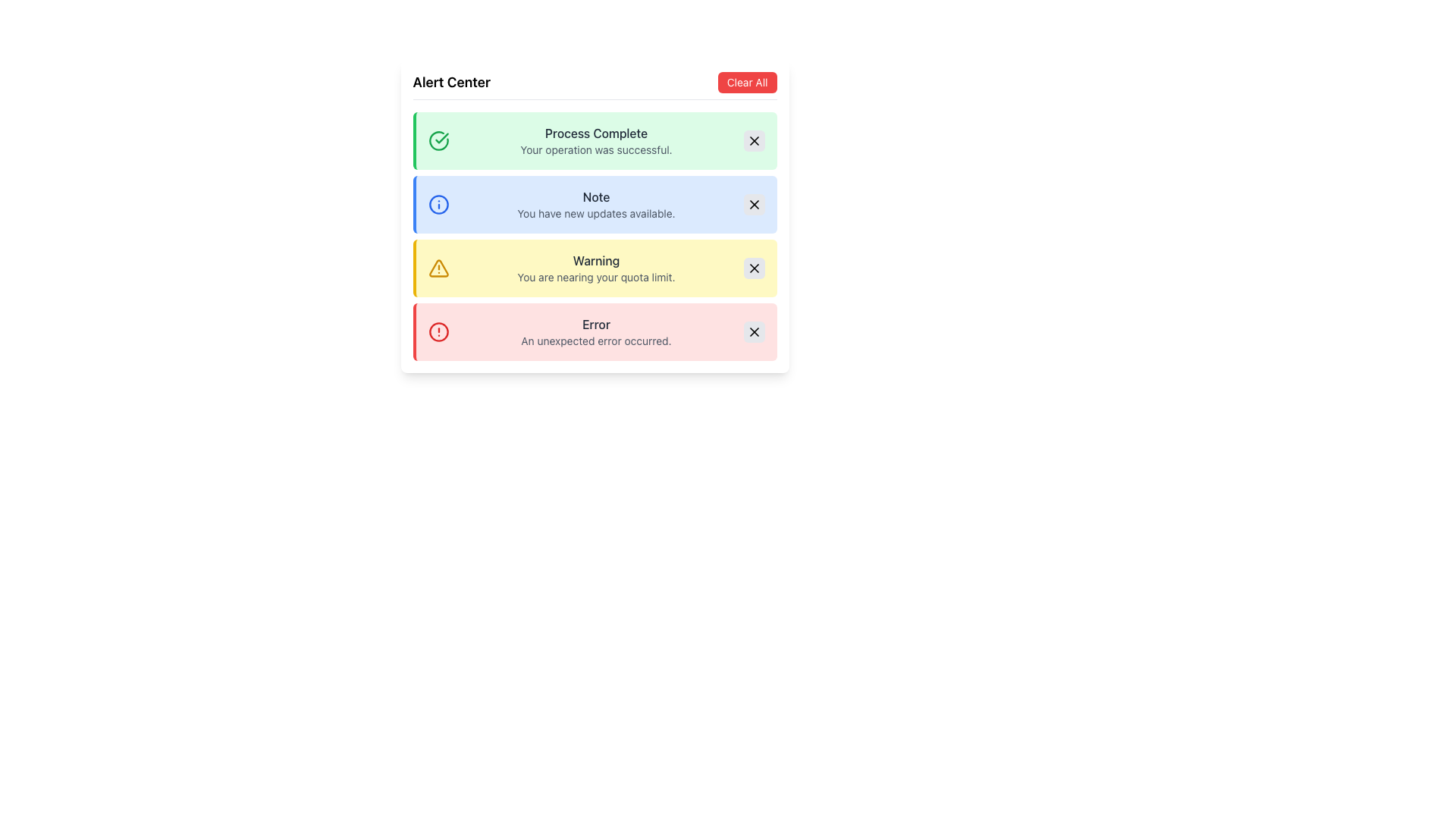 Image resolution: width=1456 pixels, height=819 pixels. I want to click on the small rectangular button with a light gray background and a black 'X' symbol, located in the top-right corner of the yellow alert message box displaying 'Warning: You are nearing your quota limit.', so click(754, 268).